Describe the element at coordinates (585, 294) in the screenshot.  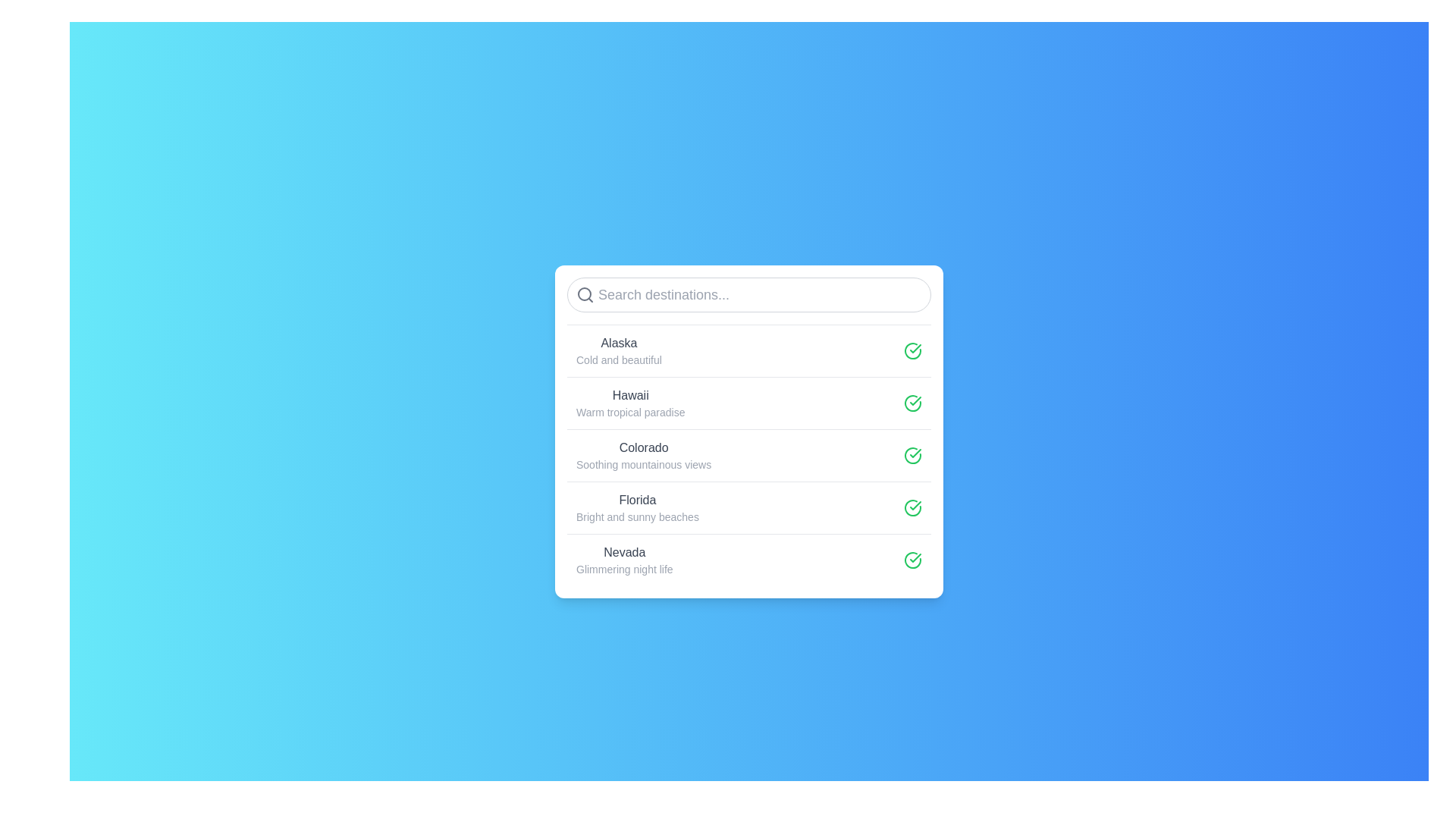
I see `the circular magnifying glass icon located to the far left of the search input field` at that location.